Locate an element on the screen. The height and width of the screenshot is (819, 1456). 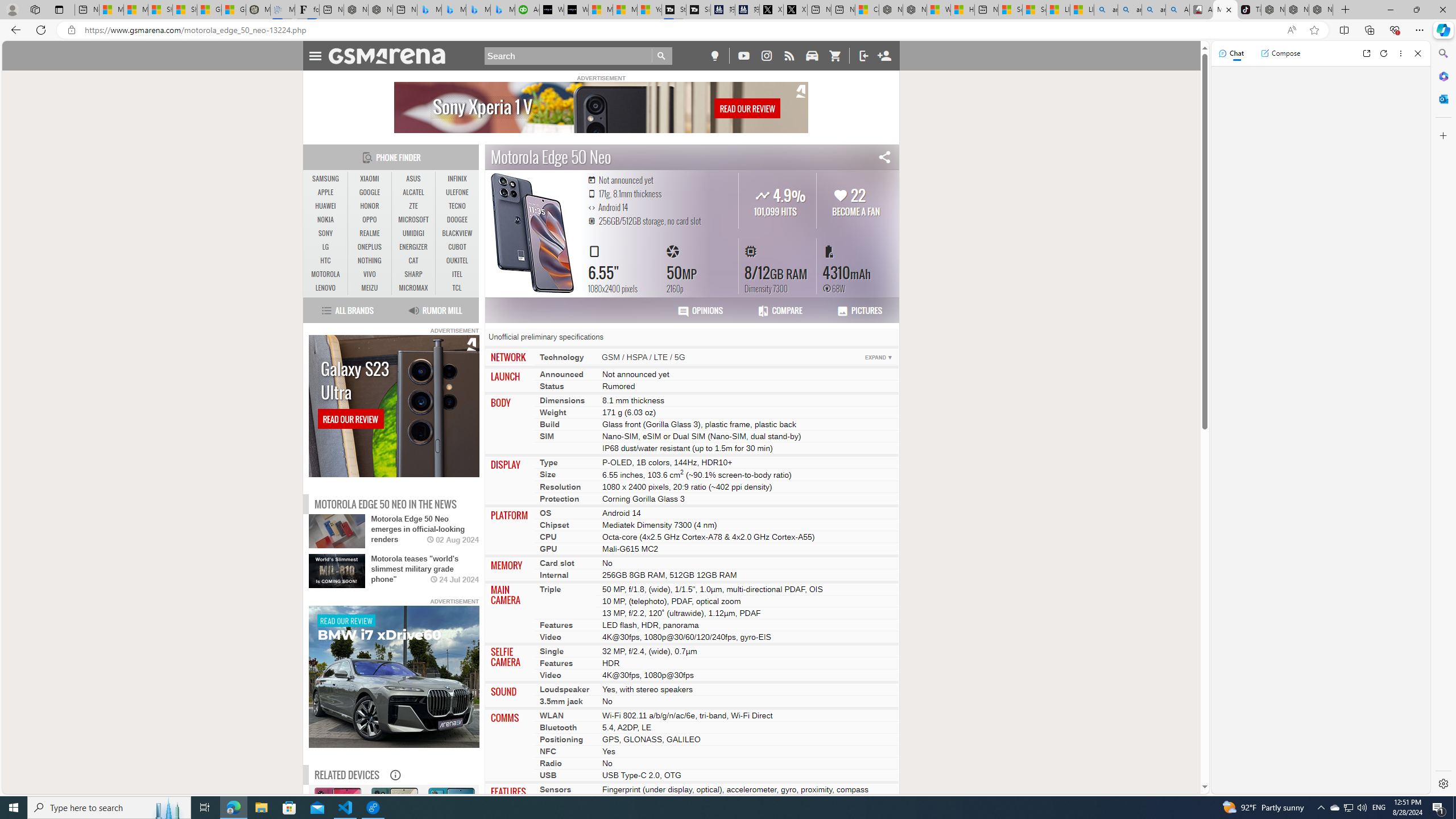
'REALME' is located at coordinates (369, 233).